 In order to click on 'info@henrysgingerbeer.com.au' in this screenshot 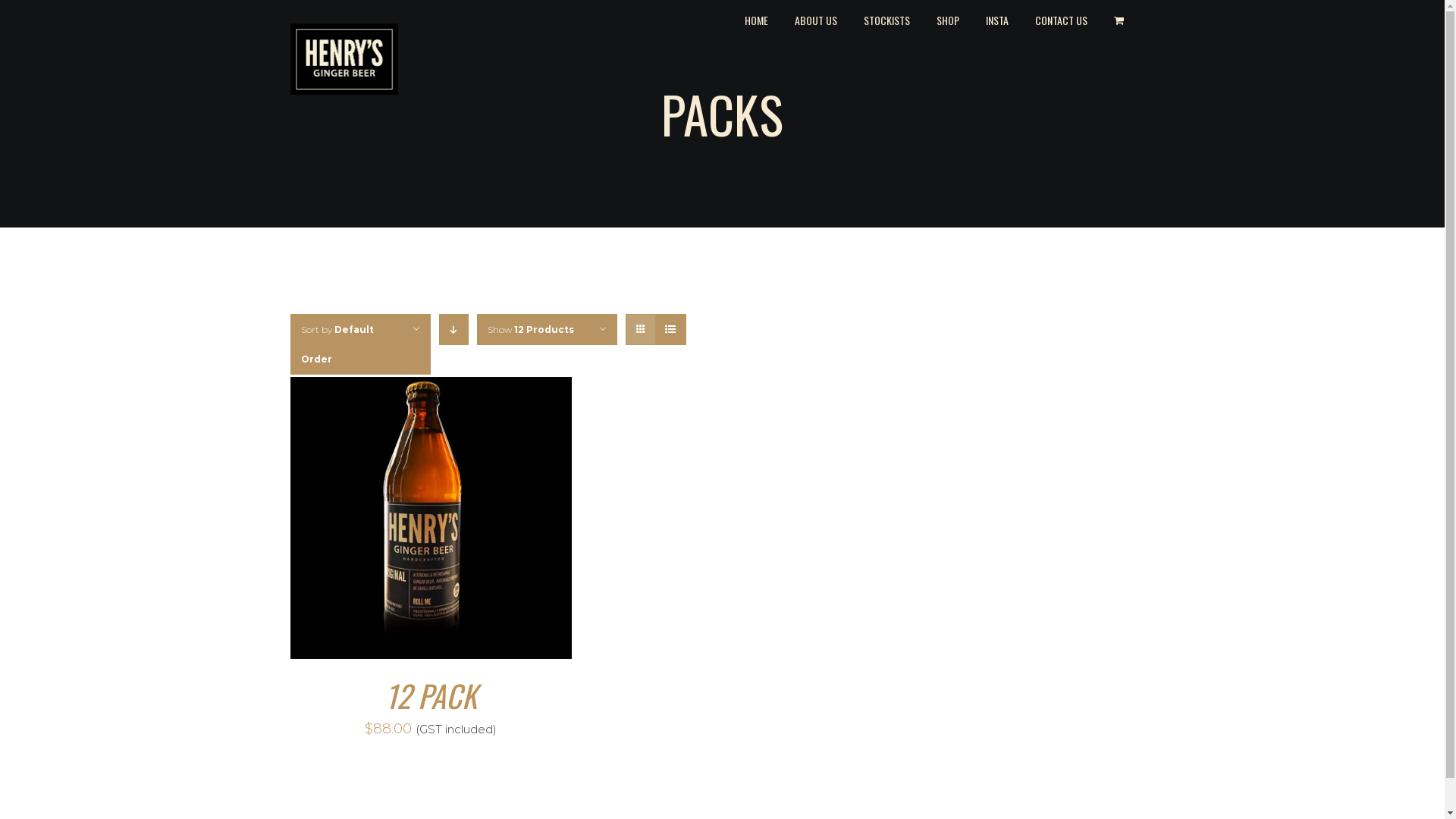, I will do `click(721, 487)`.